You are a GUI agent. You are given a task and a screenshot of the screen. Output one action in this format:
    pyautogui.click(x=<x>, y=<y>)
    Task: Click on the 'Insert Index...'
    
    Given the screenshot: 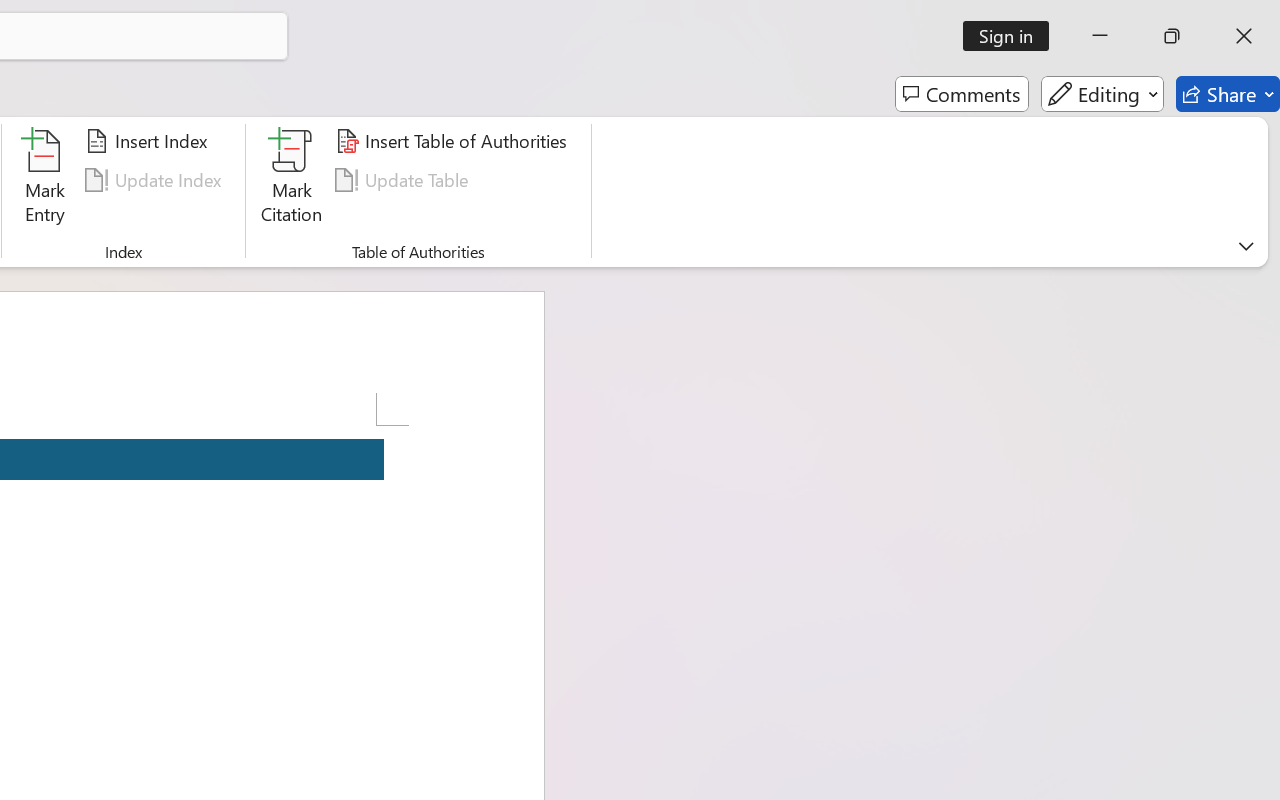 What is the action you would take?
    pyautogui.click(x=148, y=141)
    